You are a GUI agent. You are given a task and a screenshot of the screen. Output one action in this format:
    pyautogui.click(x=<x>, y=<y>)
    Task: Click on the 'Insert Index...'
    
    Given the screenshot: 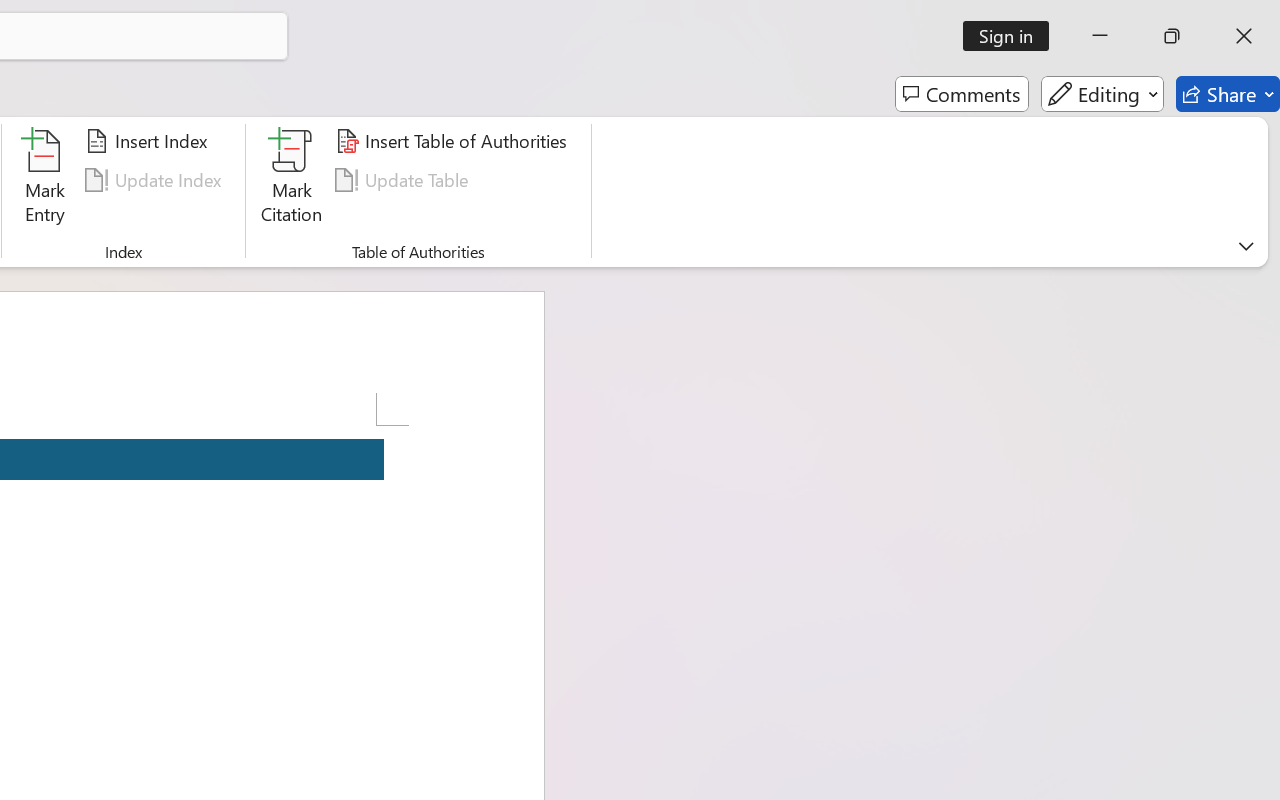 What is the action you would take?
    pyautogui.click(x=148, y=141)
    